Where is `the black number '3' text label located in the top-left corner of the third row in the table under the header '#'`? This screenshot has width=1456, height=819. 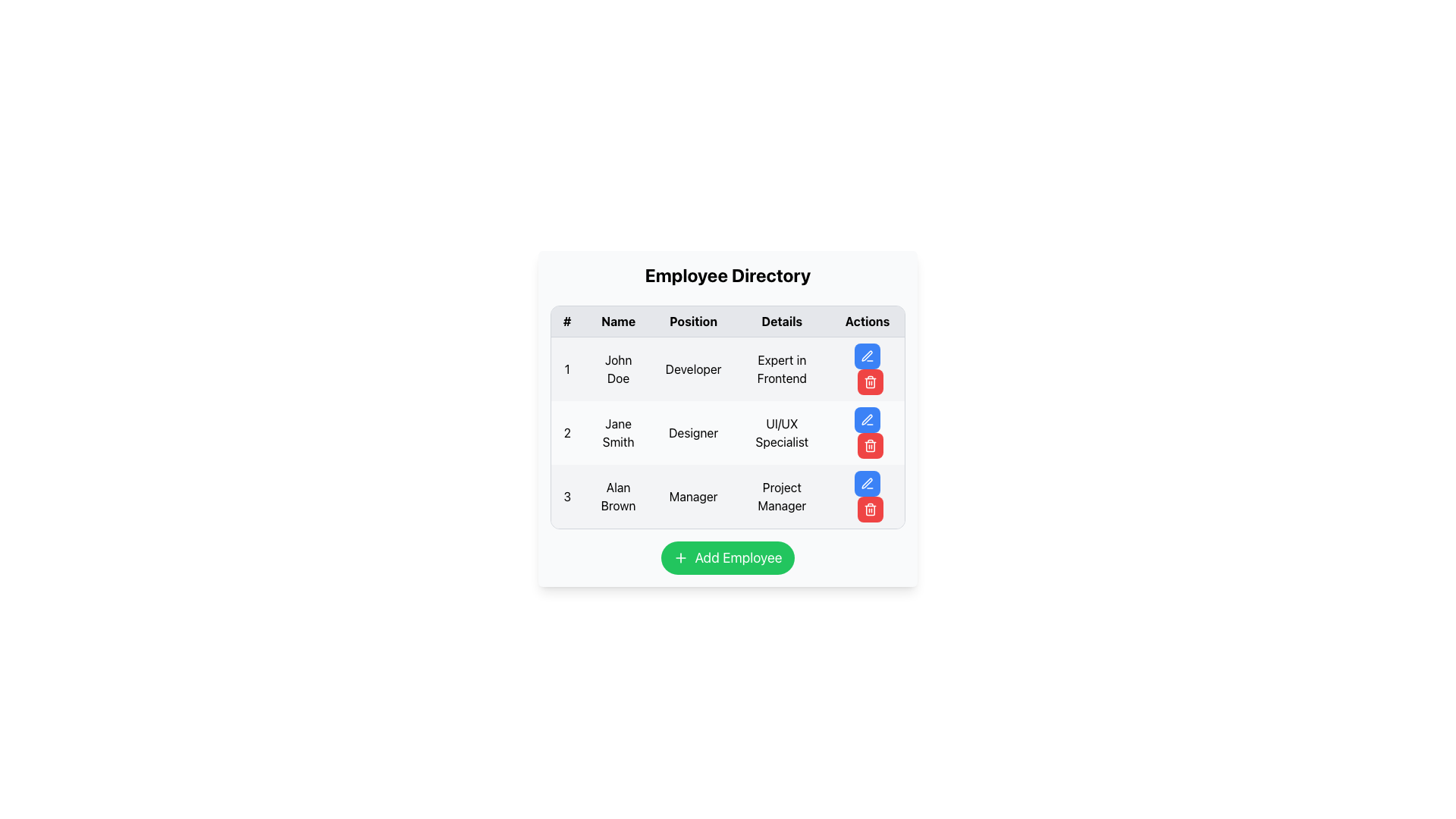
the black number '3' text label located in the top-left corner of the third row in the table under the header '#' is located at coordinates (566, 497).